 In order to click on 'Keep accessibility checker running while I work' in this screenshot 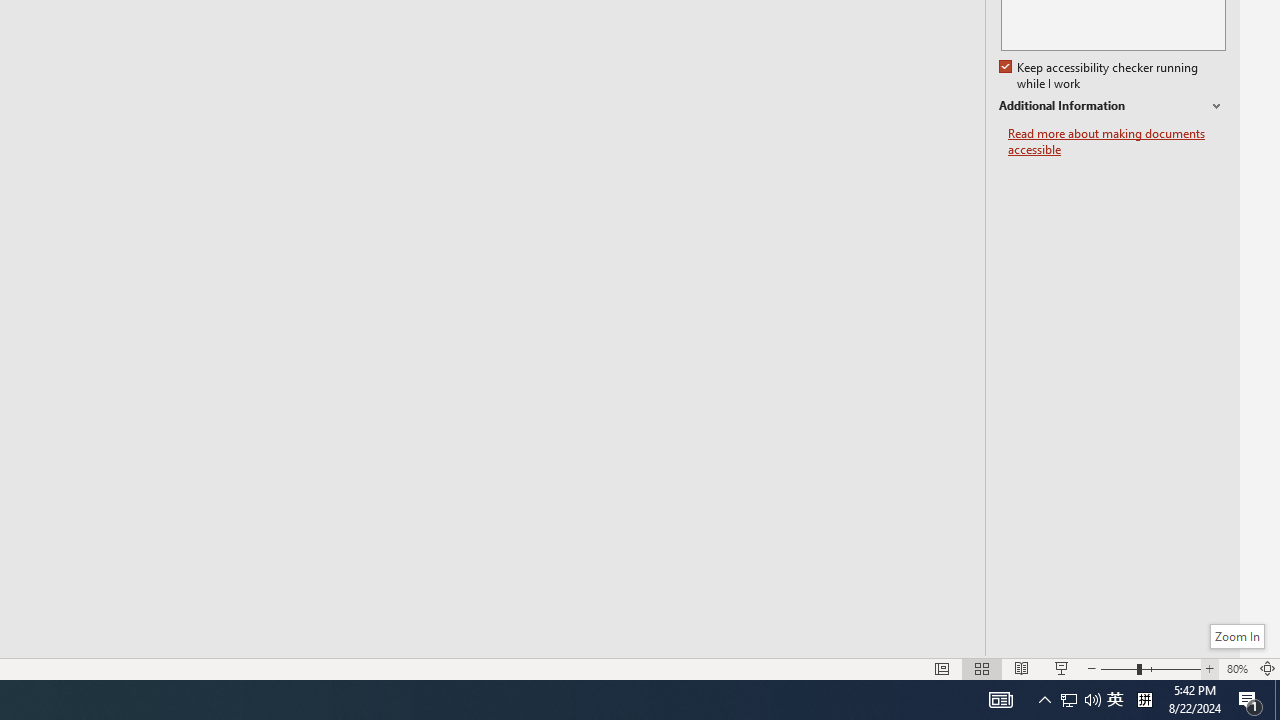, I will do `click(1099, 75)`.